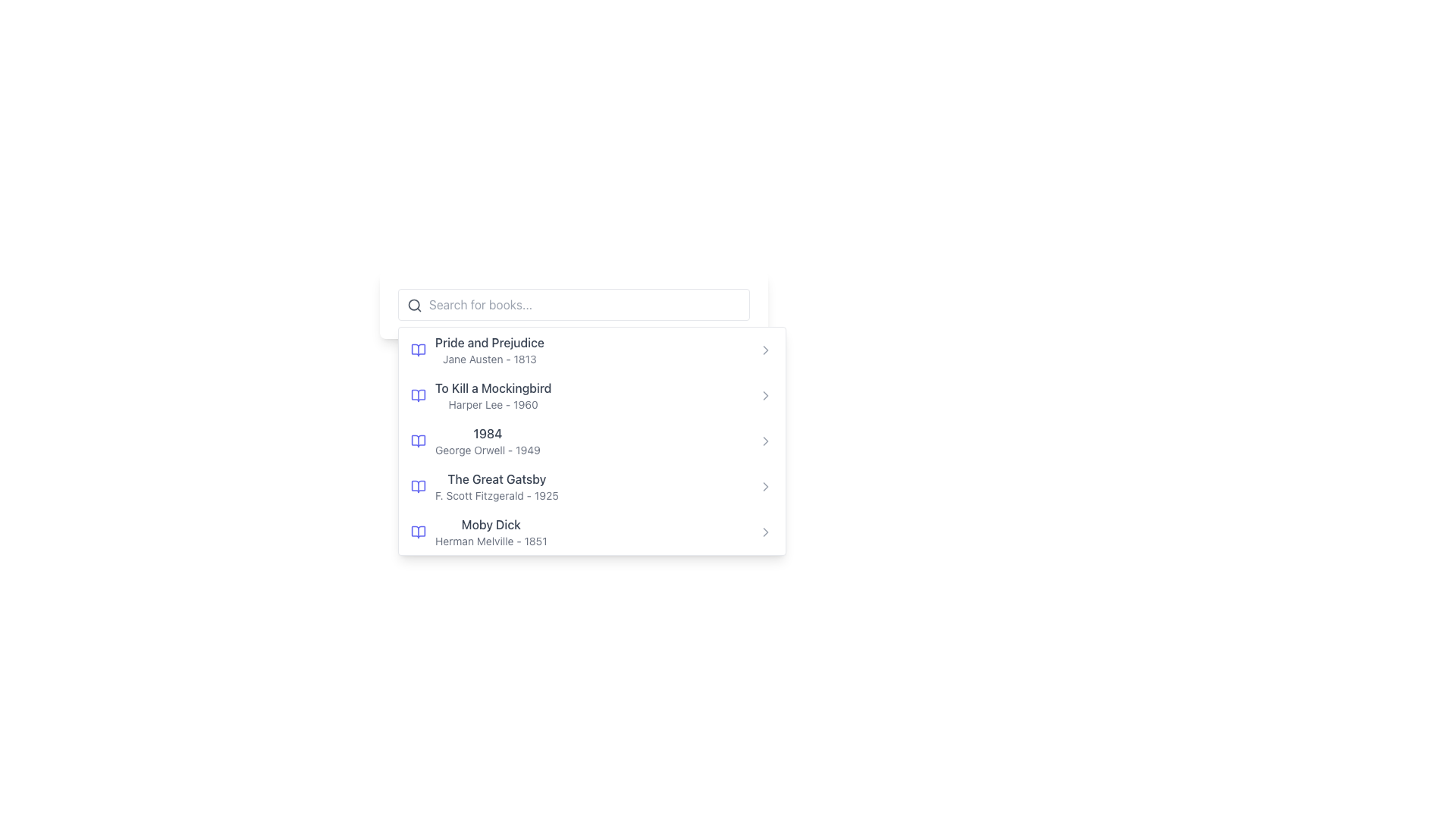 This screenshot has height=819, width=1456. What do you see at coordinates (765, 394) in the screenshot?
I see `the rightward pointing chevron icon located at the far right of the list item for 'To Kill a Mockingbird' by Harper Lee` at bounding box center [765, 394].